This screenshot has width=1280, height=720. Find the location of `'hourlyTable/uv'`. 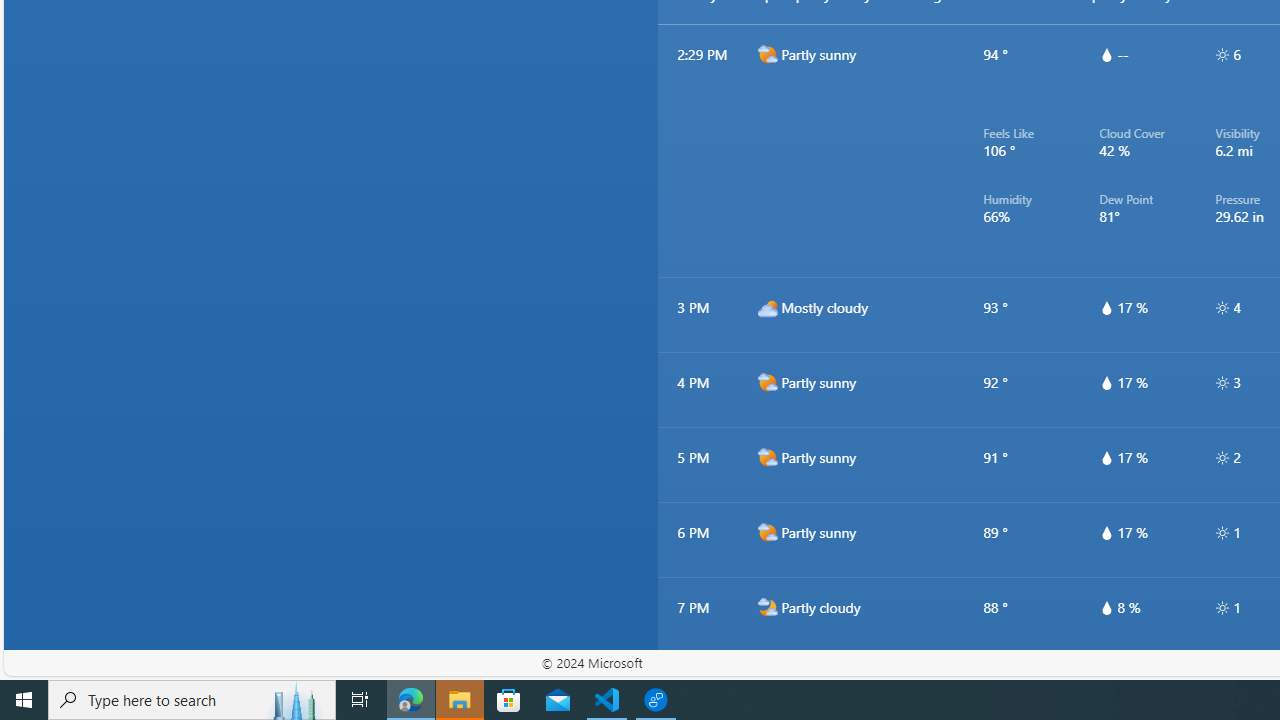

'hourlyTable/uv' is located at coordinates (1221, 607).